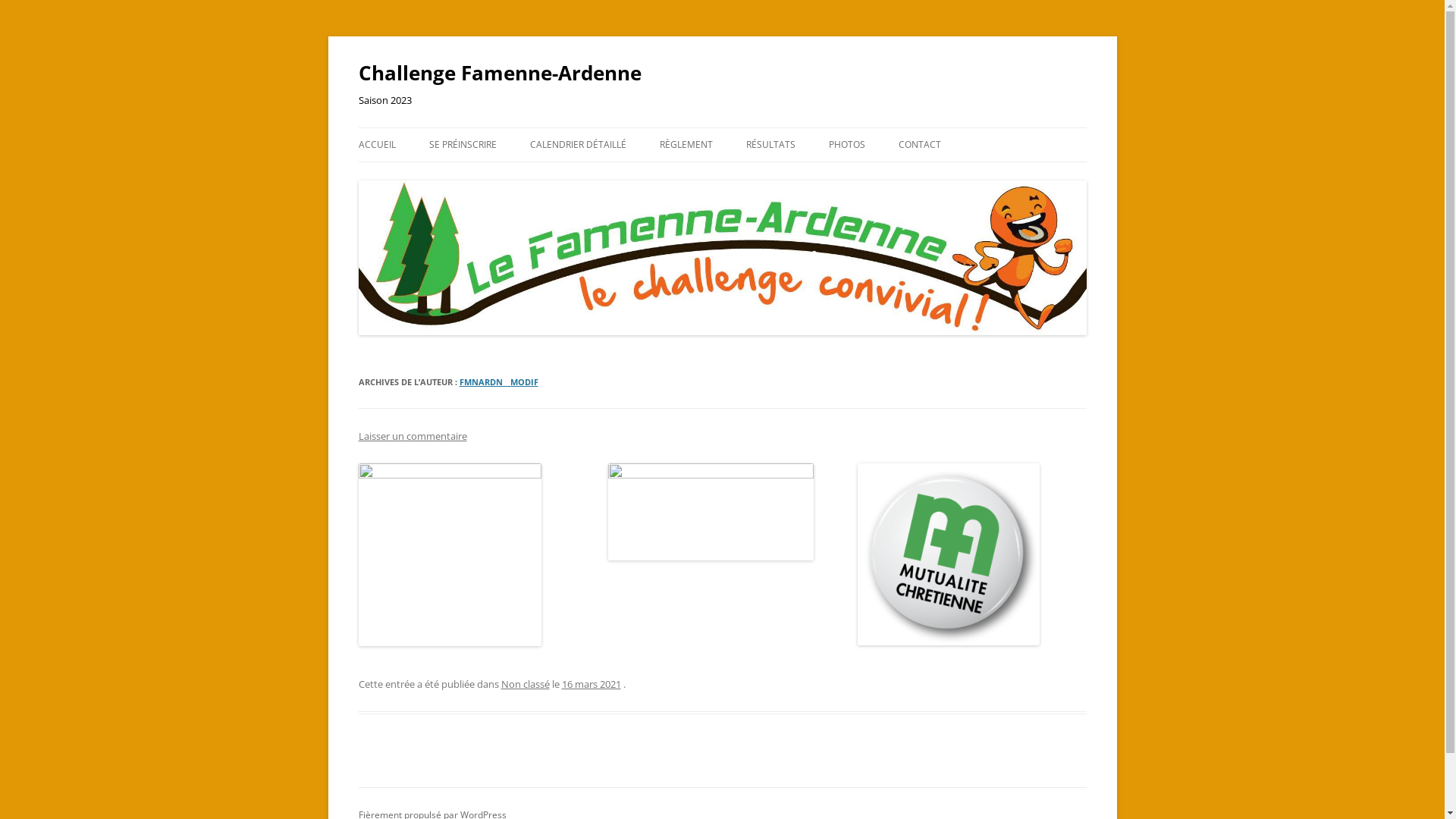 The height and width of the screenshot is (819, 1456). Describe the element at coordinates (918, 145) in the screenshot. I see `'CONTACT'` at that location.